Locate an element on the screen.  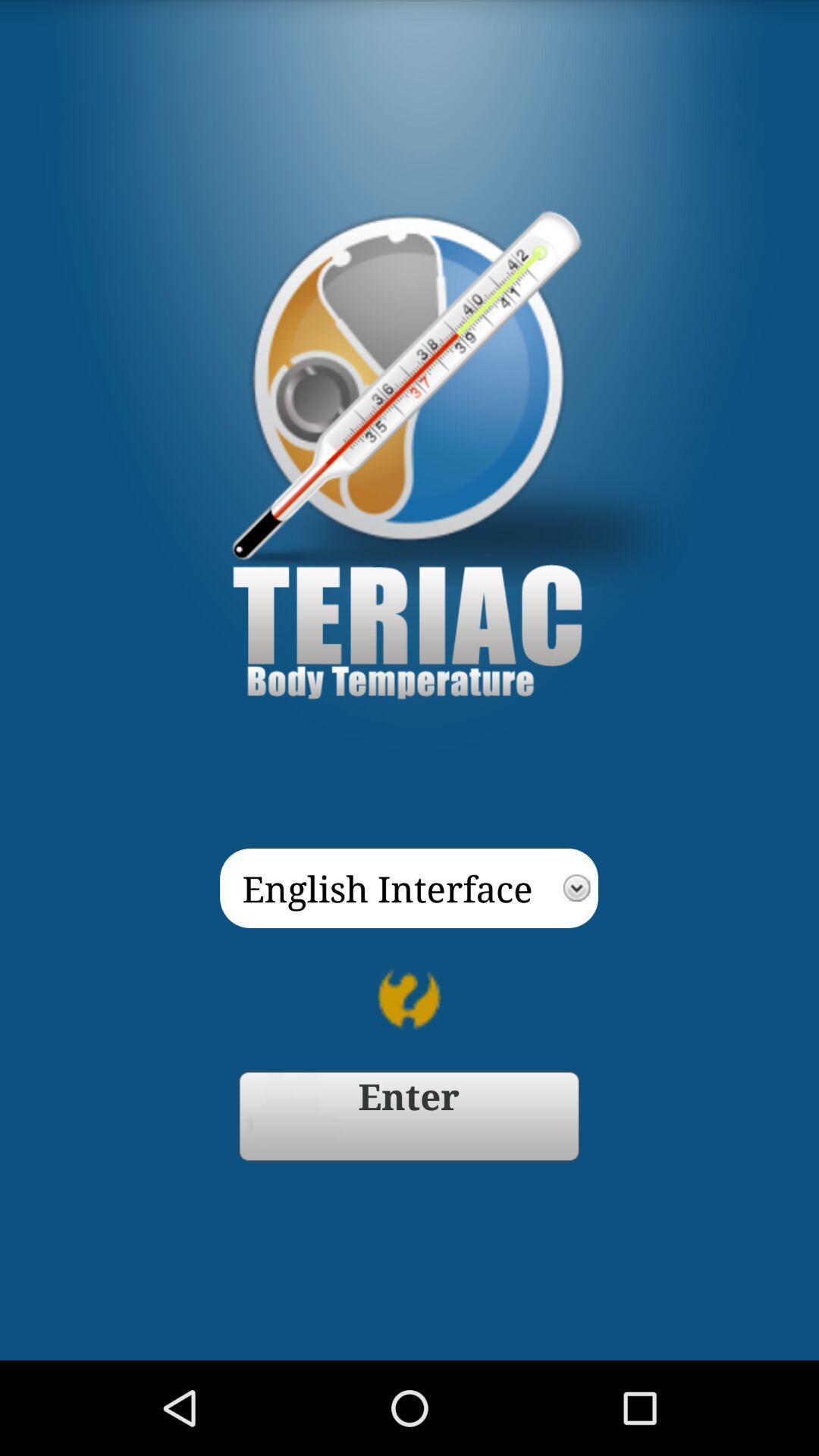
item below english interface app is located at coordinates (409, 999).